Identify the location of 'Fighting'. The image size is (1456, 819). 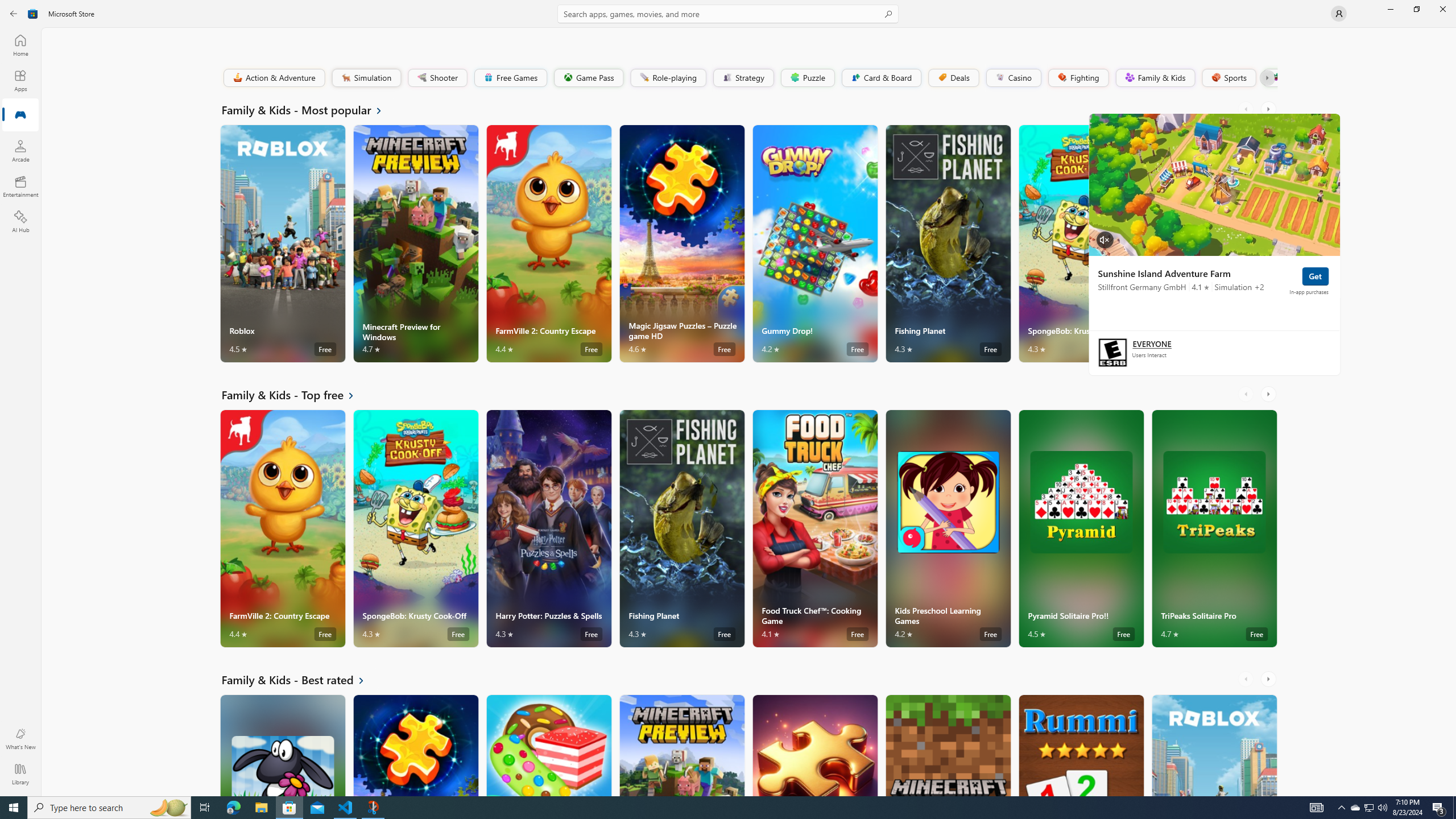
(1078, 77).